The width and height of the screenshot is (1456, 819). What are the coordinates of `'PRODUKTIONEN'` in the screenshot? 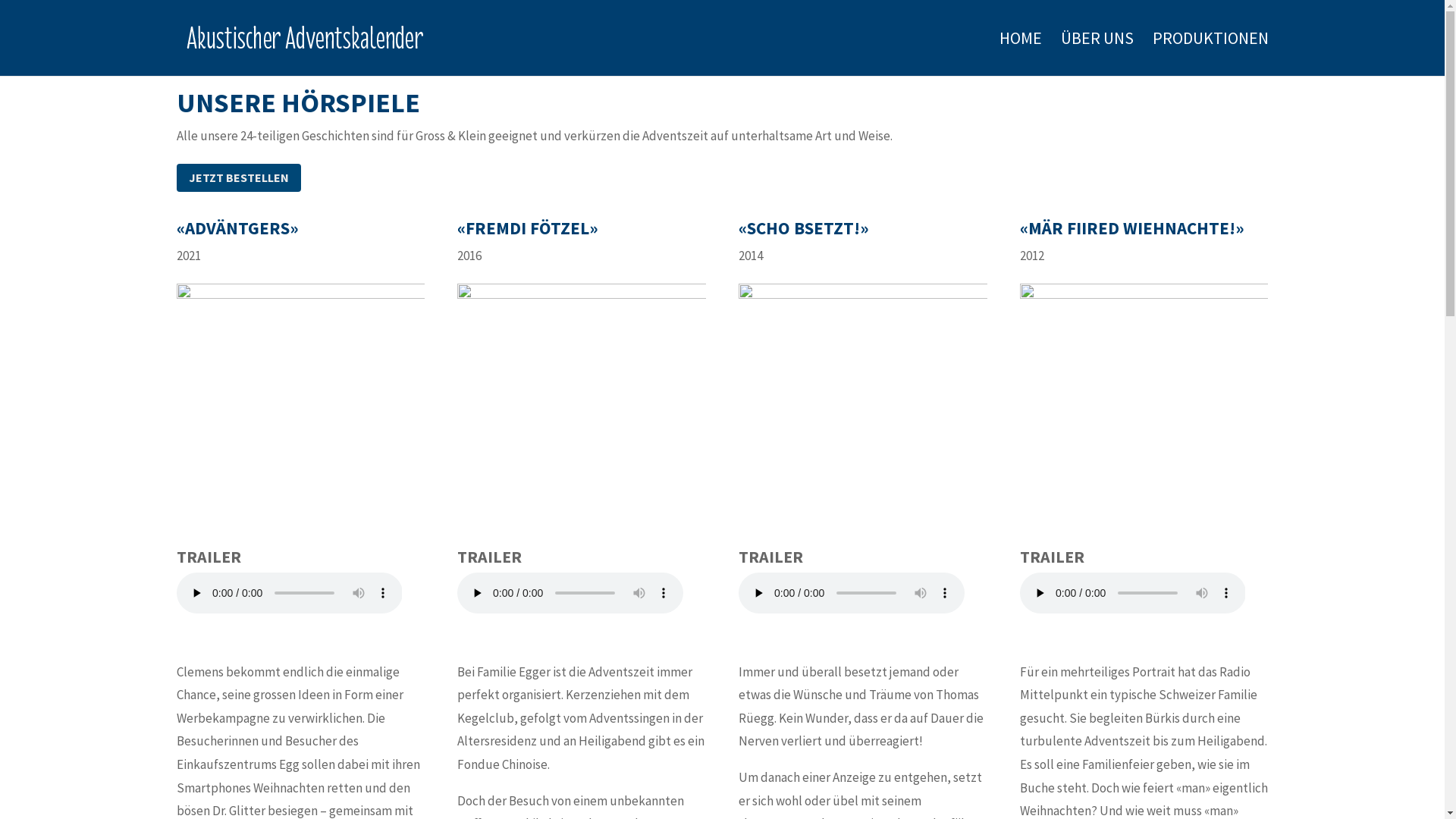 It's located at (1153, 53).